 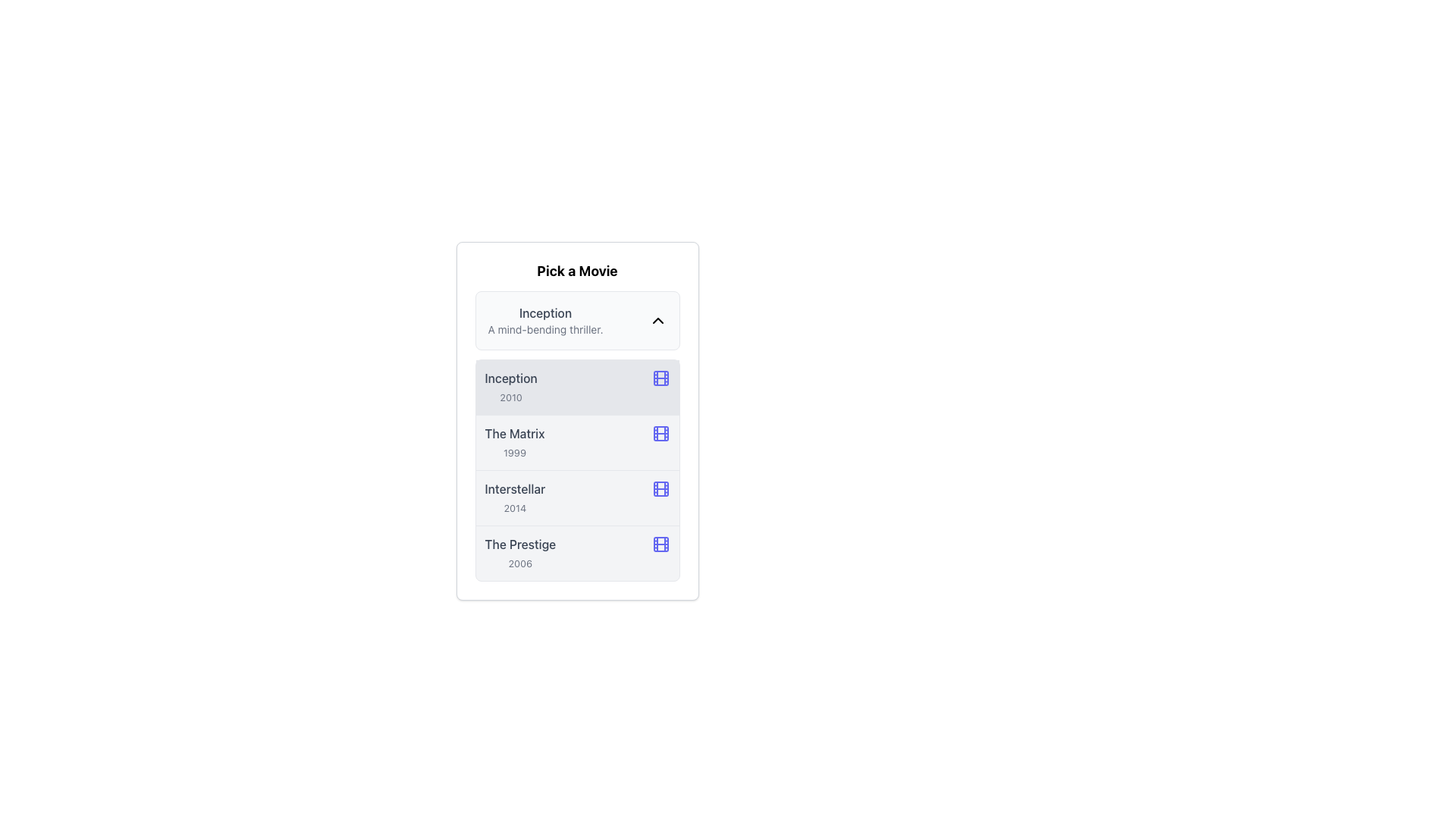 I want to click on the 'Inception' movie label, which is the first entry, so click(x=511, y=386).